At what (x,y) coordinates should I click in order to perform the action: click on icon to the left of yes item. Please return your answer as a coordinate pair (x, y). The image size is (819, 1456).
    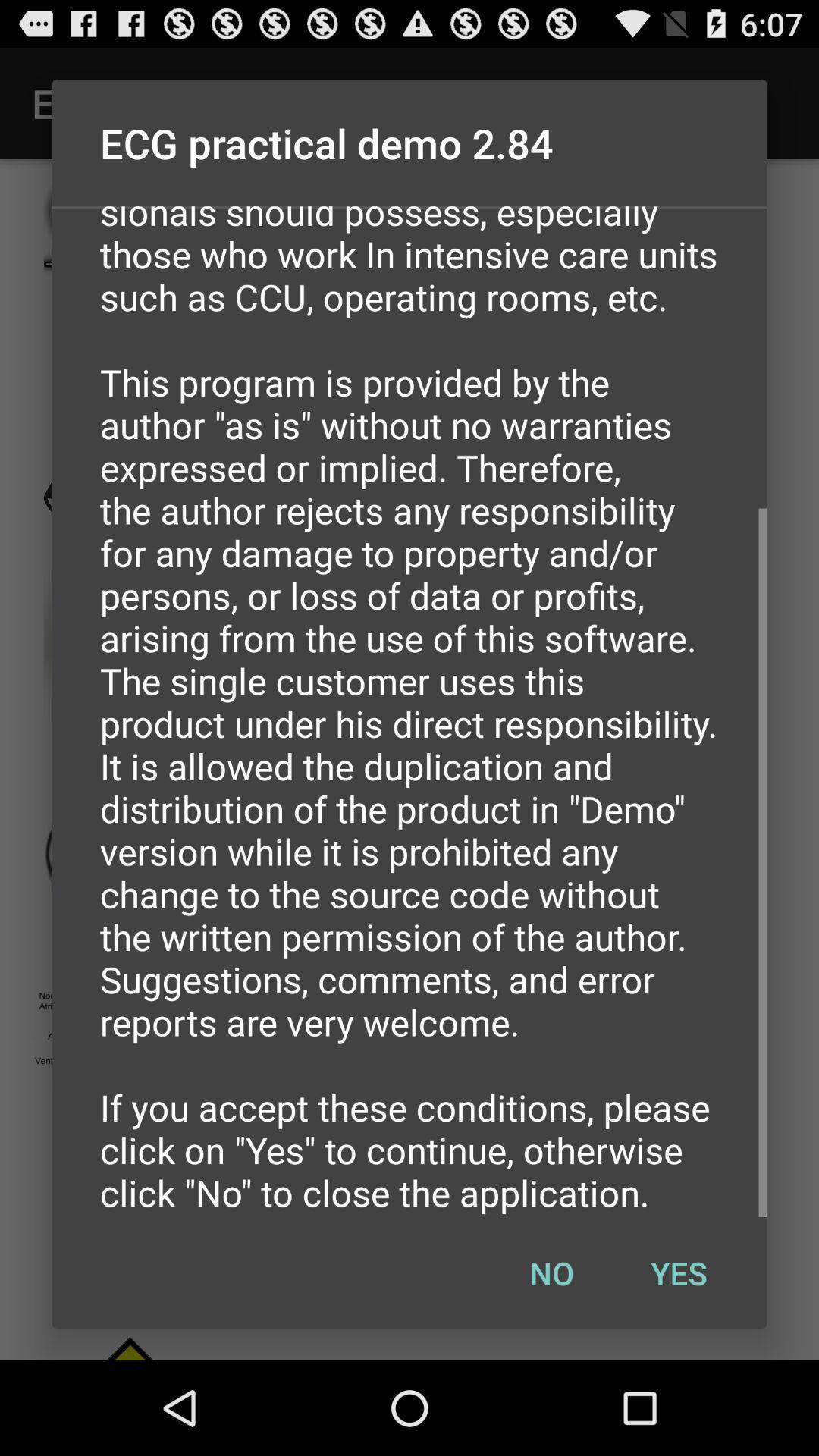
    Looking at the image, I should click on (551, 1272).